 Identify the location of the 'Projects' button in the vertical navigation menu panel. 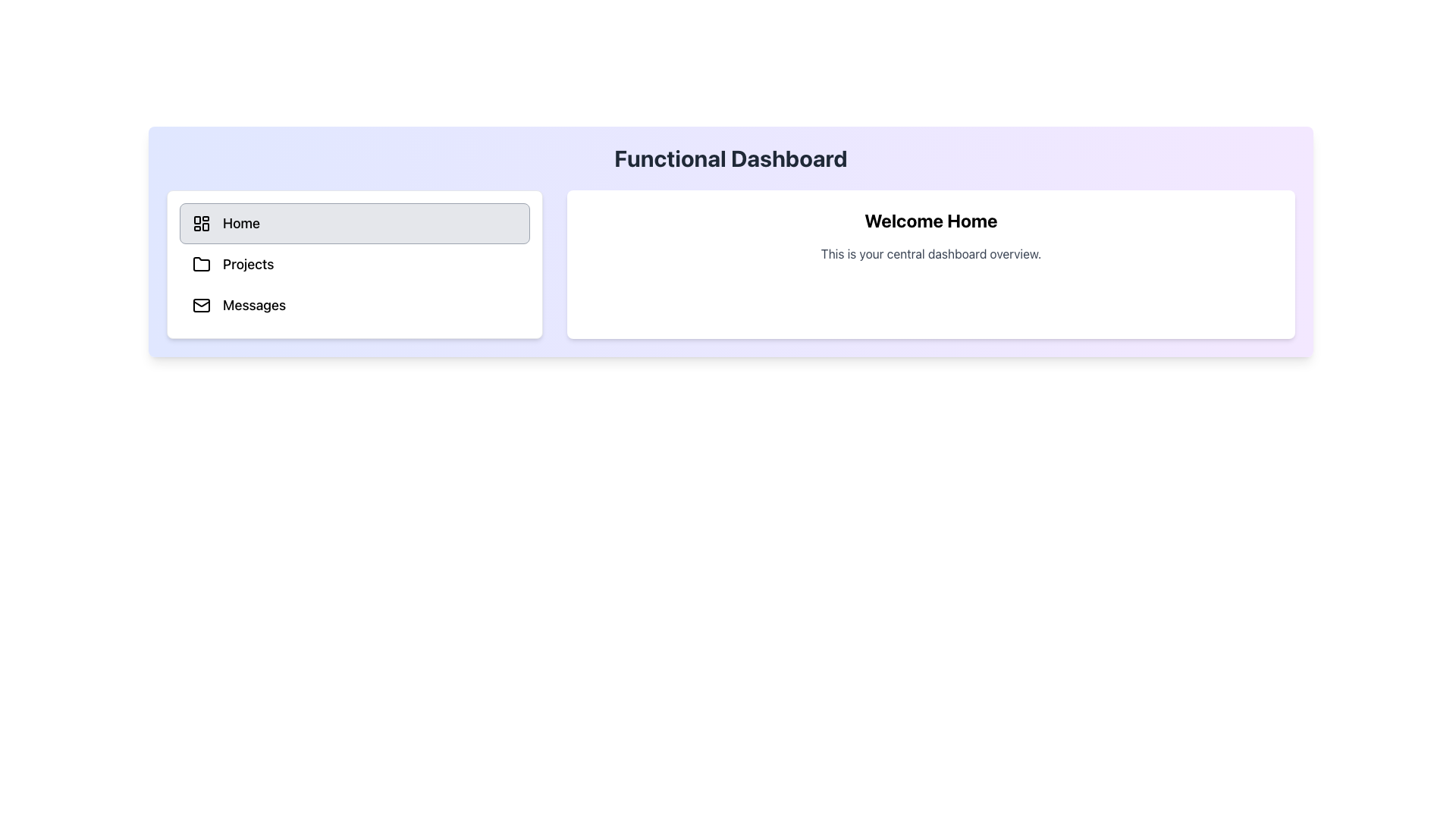
(353, 263).